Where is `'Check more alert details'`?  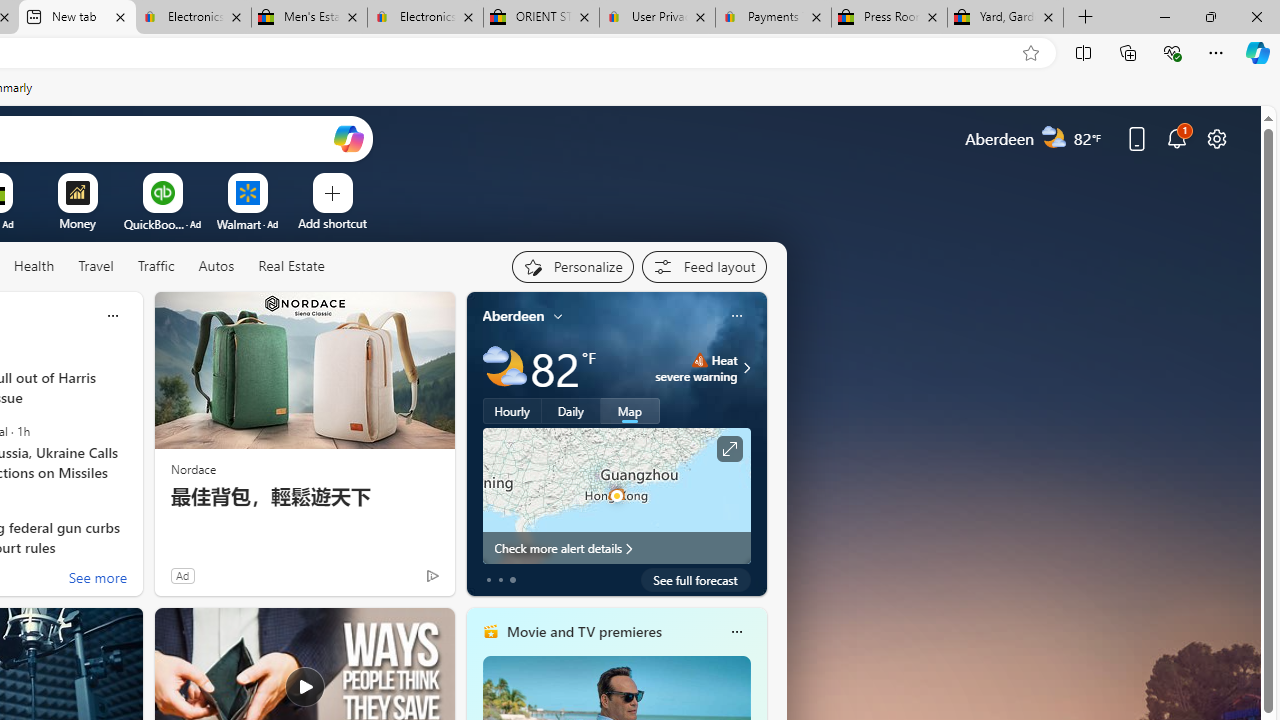 'Check more alert details' is located at coordinates (615, 547).